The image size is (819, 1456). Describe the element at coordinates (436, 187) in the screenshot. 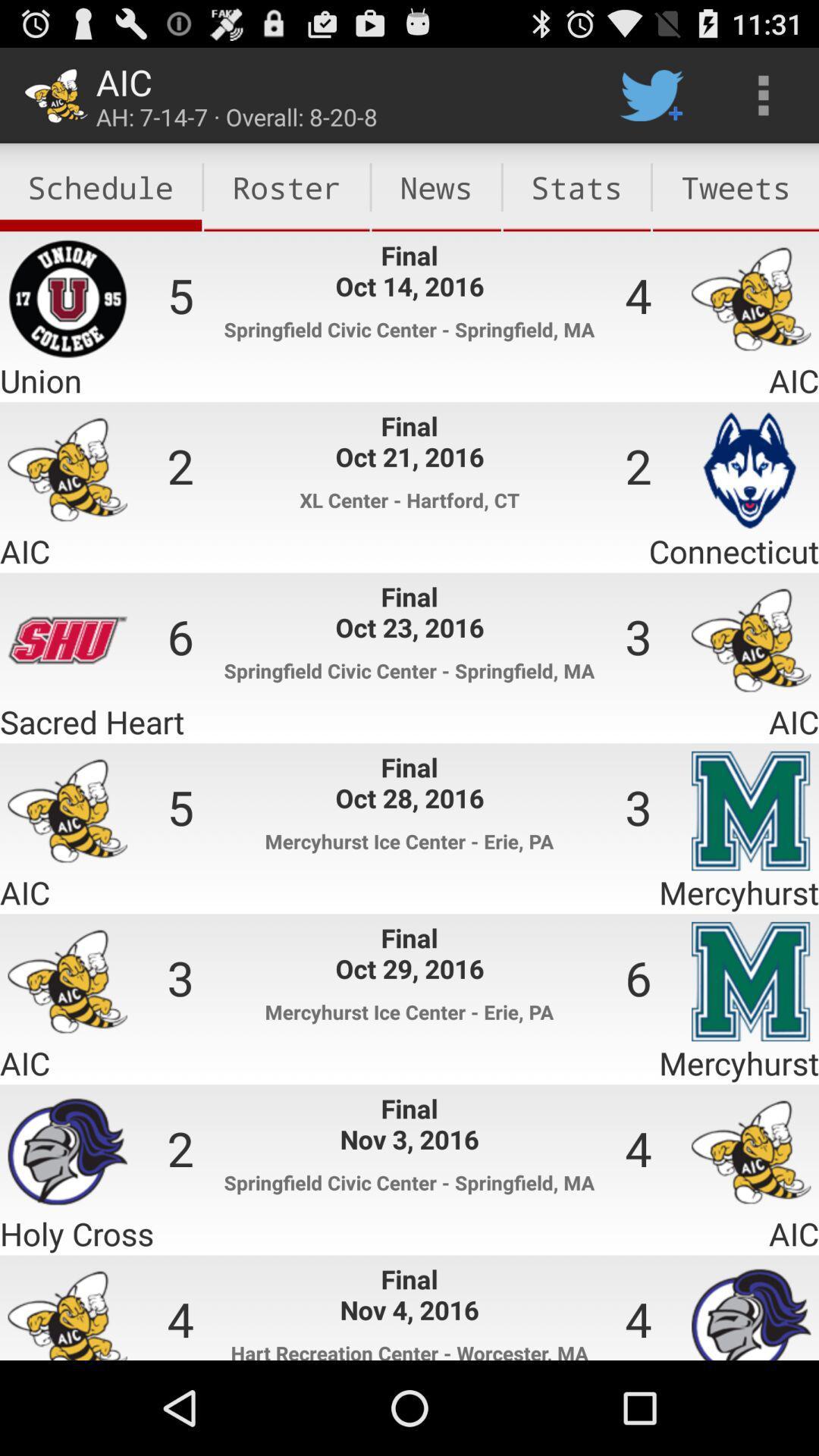

I see `item to the left of stats icon` at that location.